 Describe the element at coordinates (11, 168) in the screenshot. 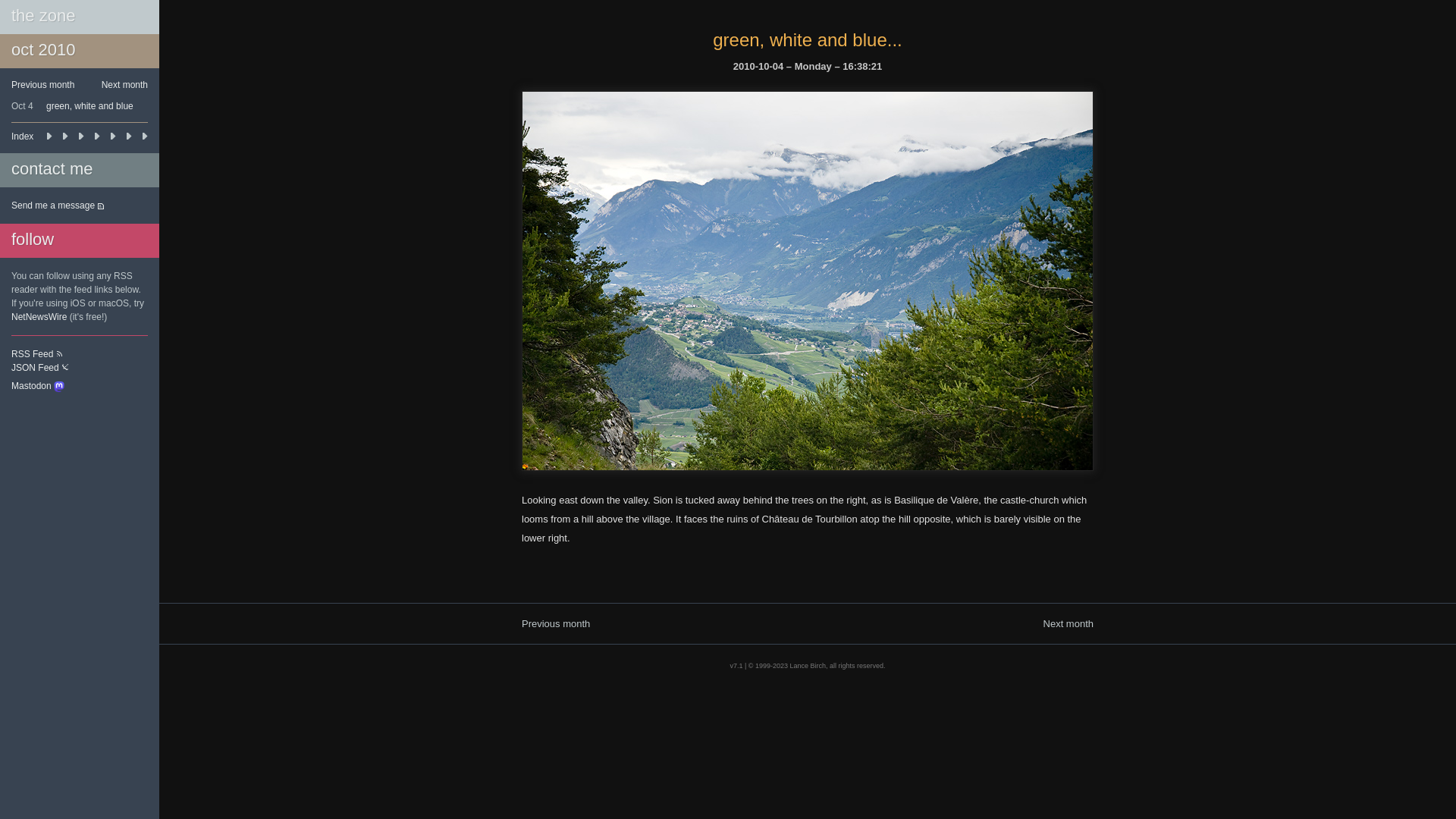

I see `'contact me'` at that location.